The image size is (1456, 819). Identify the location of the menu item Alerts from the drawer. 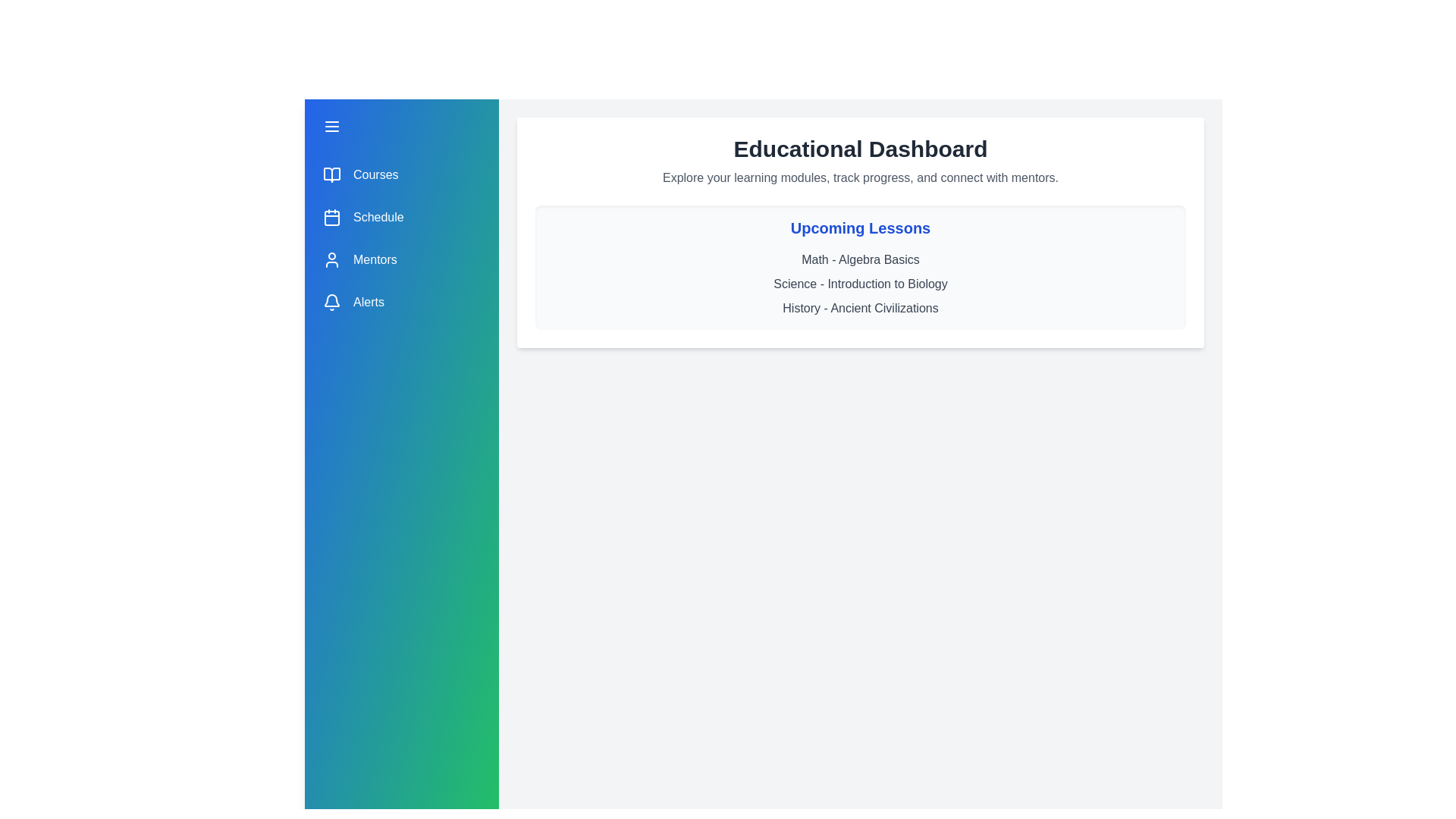
(401, 302).